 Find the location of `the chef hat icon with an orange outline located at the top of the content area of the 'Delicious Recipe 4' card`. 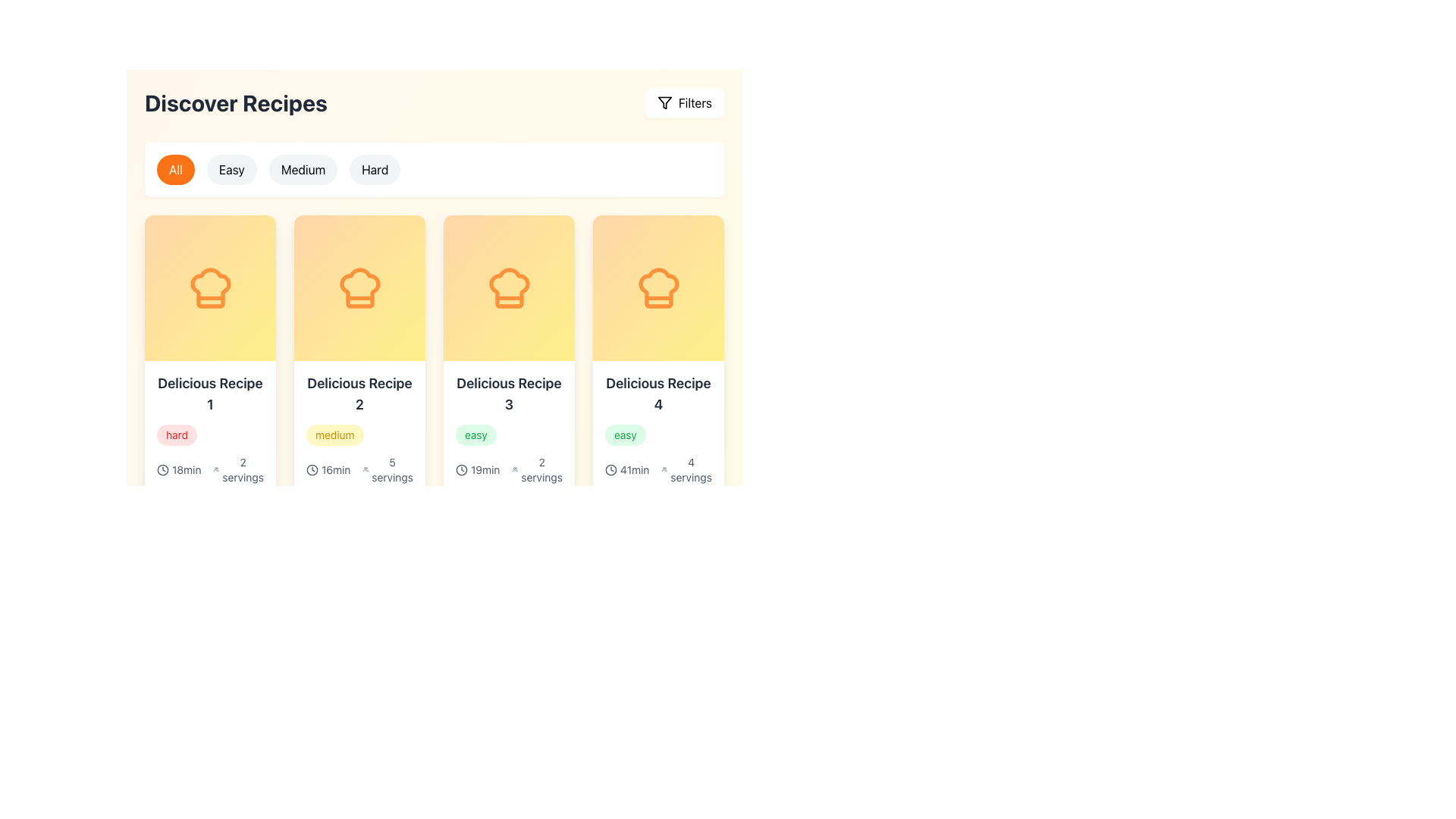

the chef hat icon with an orange outline located at the top of the content area of the 'Delicious Recipe 4' card is located at coordinates (658, 287).